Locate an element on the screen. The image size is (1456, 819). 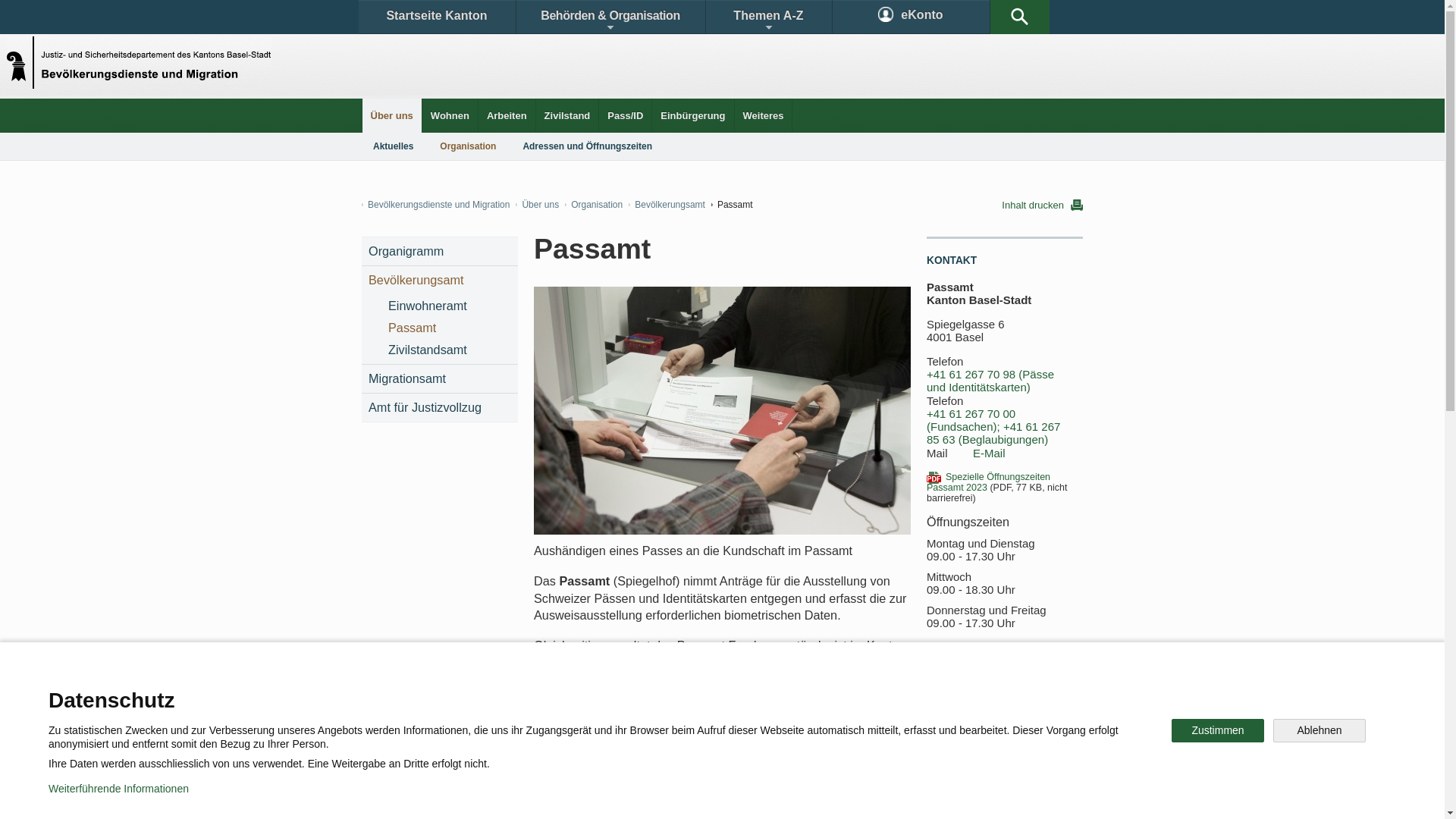
'Ablehnen' is located at coordinates (1318, 730).